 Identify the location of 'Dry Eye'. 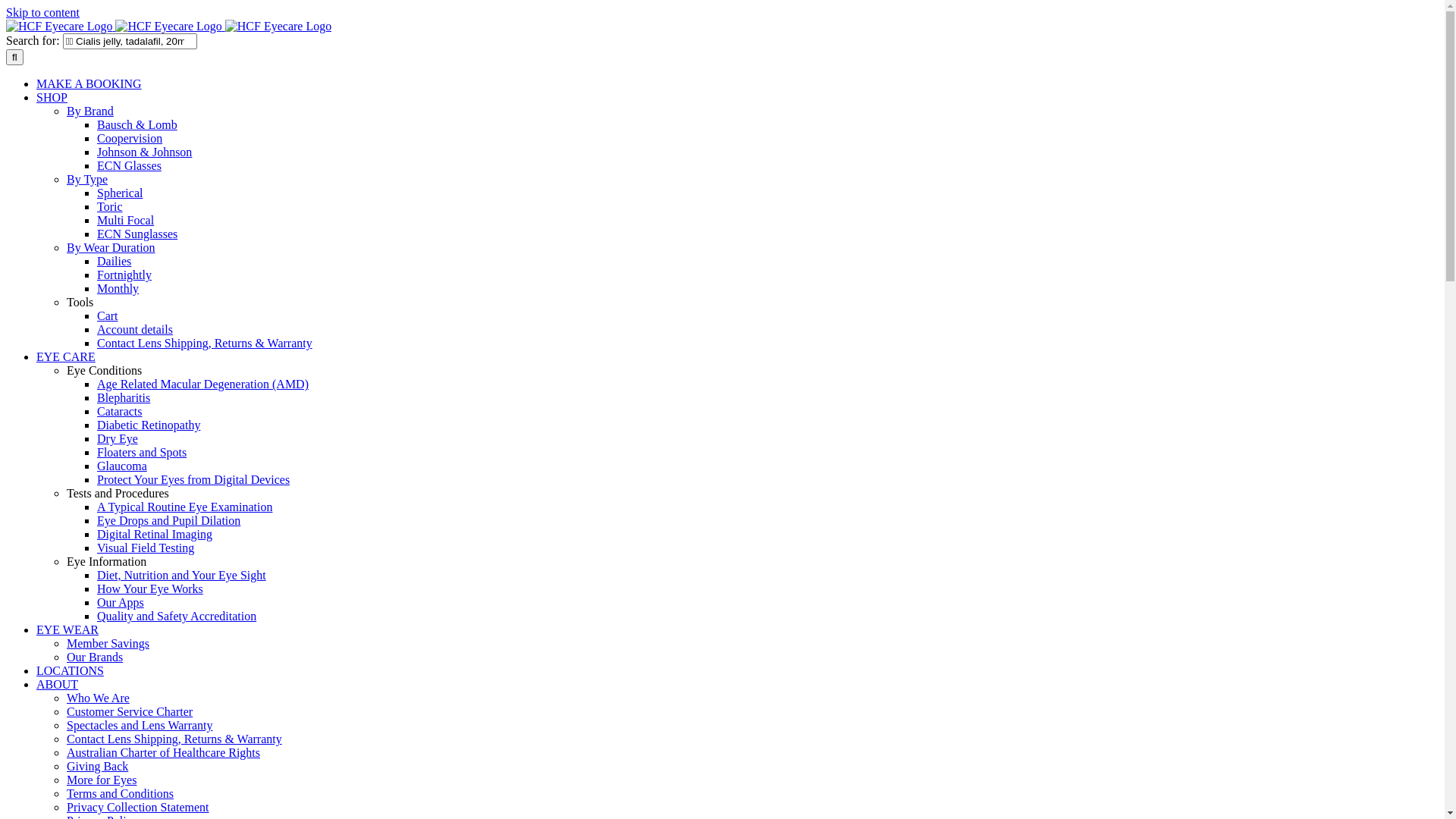
(116, 438).